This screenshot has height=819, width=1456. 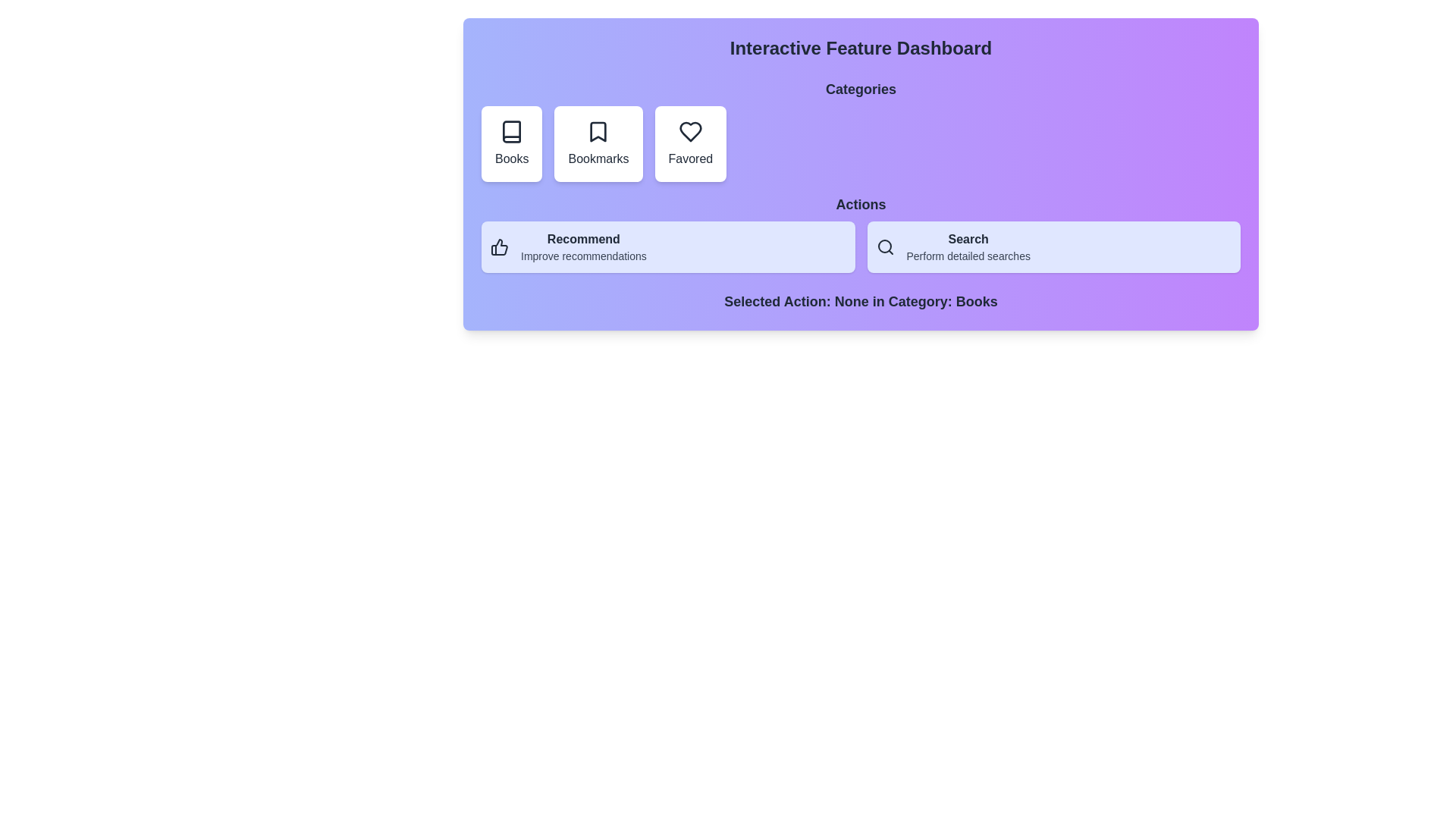 What do you see at coordinates (598, 130) in the screenshot?
I see `the bookmark icon, which is styled with a dark outline and resembles a ribbon or flag point, located in the second box under the 'Categories' heading labeled 'Bookmarks'` at bounding box center [598, 130].